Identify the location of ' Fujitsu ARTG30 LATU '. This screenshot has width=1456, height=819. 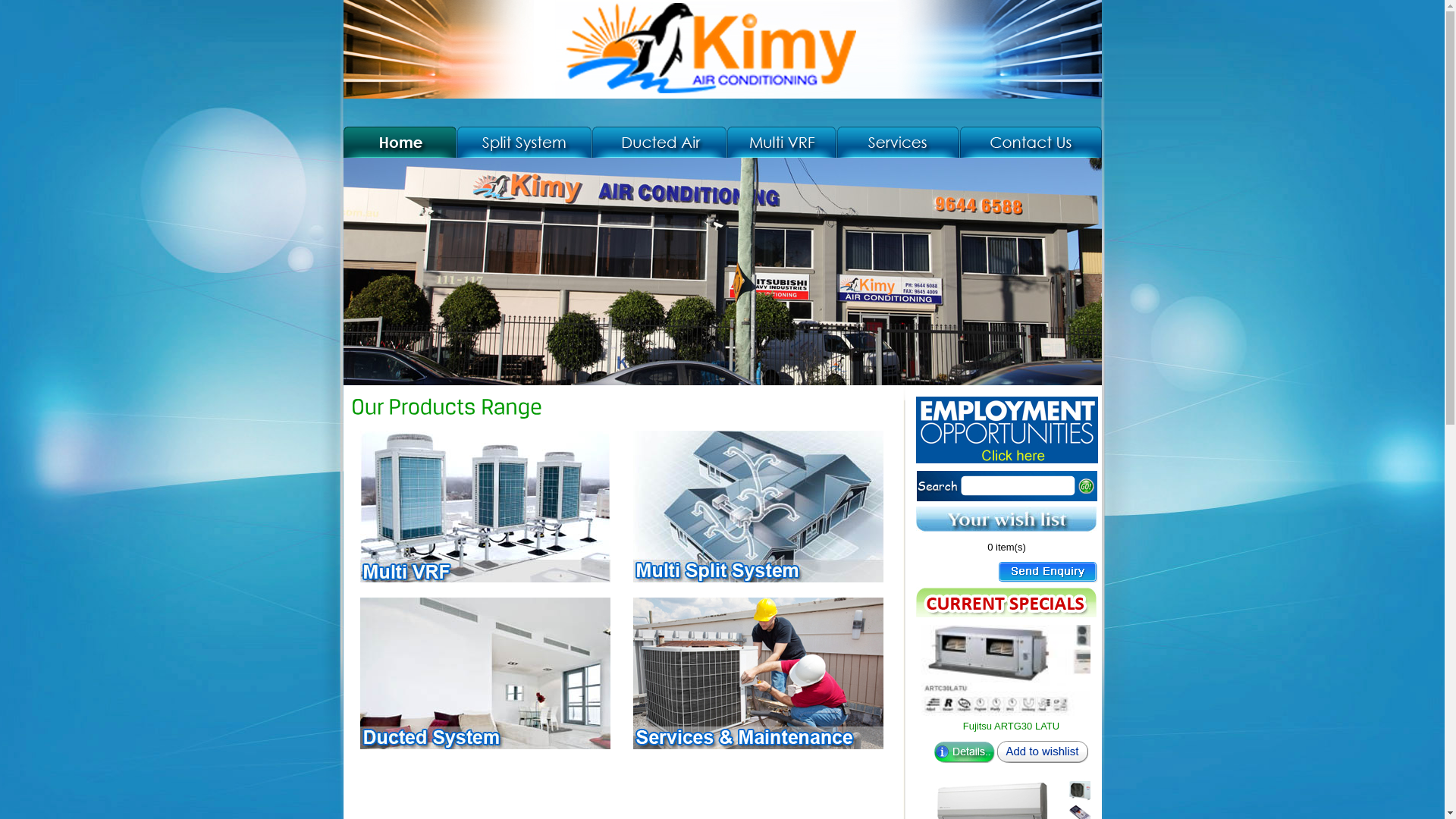
(1011, 669).